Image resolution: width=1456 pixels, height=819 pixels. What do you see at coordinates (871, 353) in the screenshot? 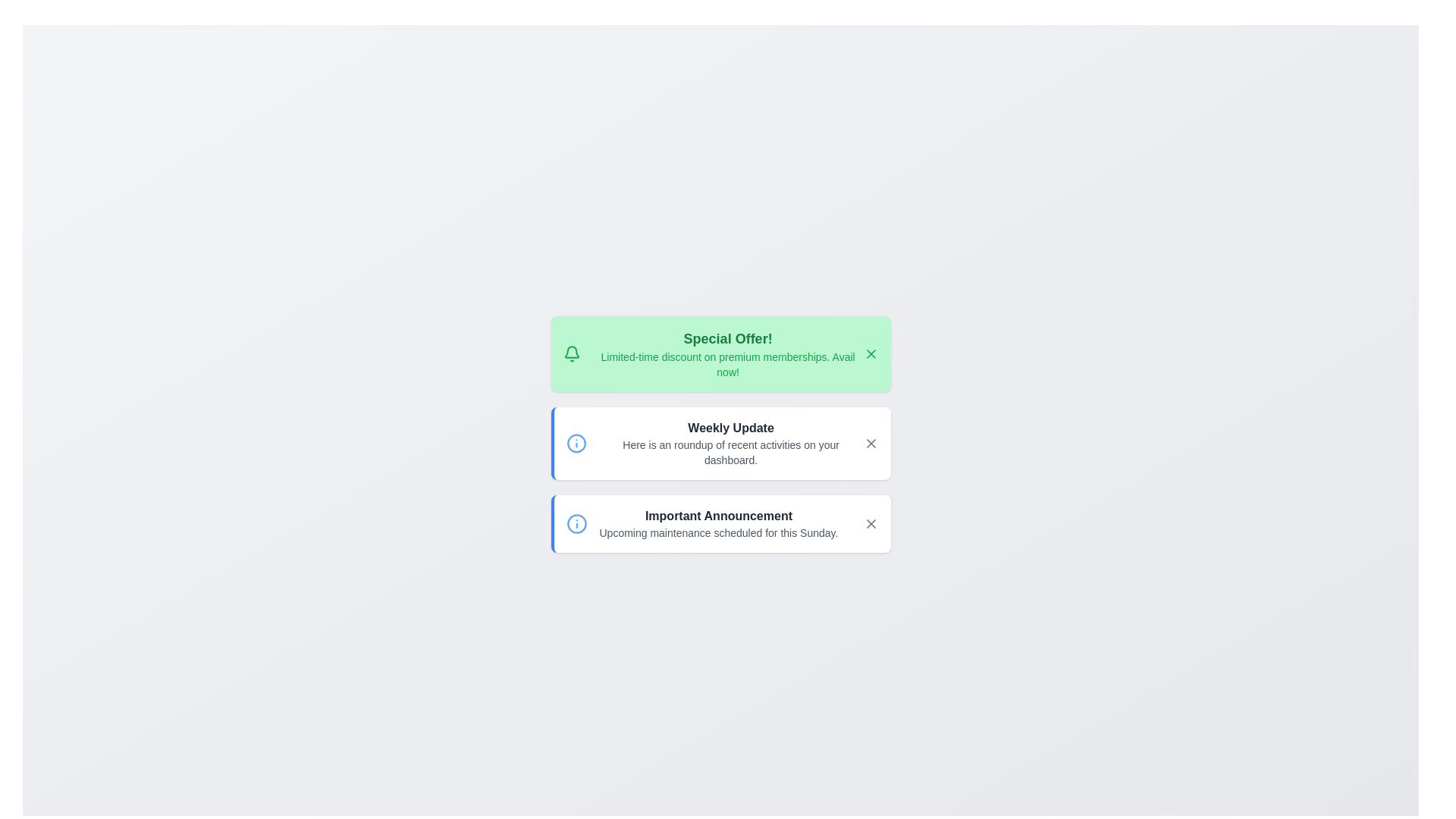
I see `close button of the alert with title Special Offer!` at bounding box center [871, 353].